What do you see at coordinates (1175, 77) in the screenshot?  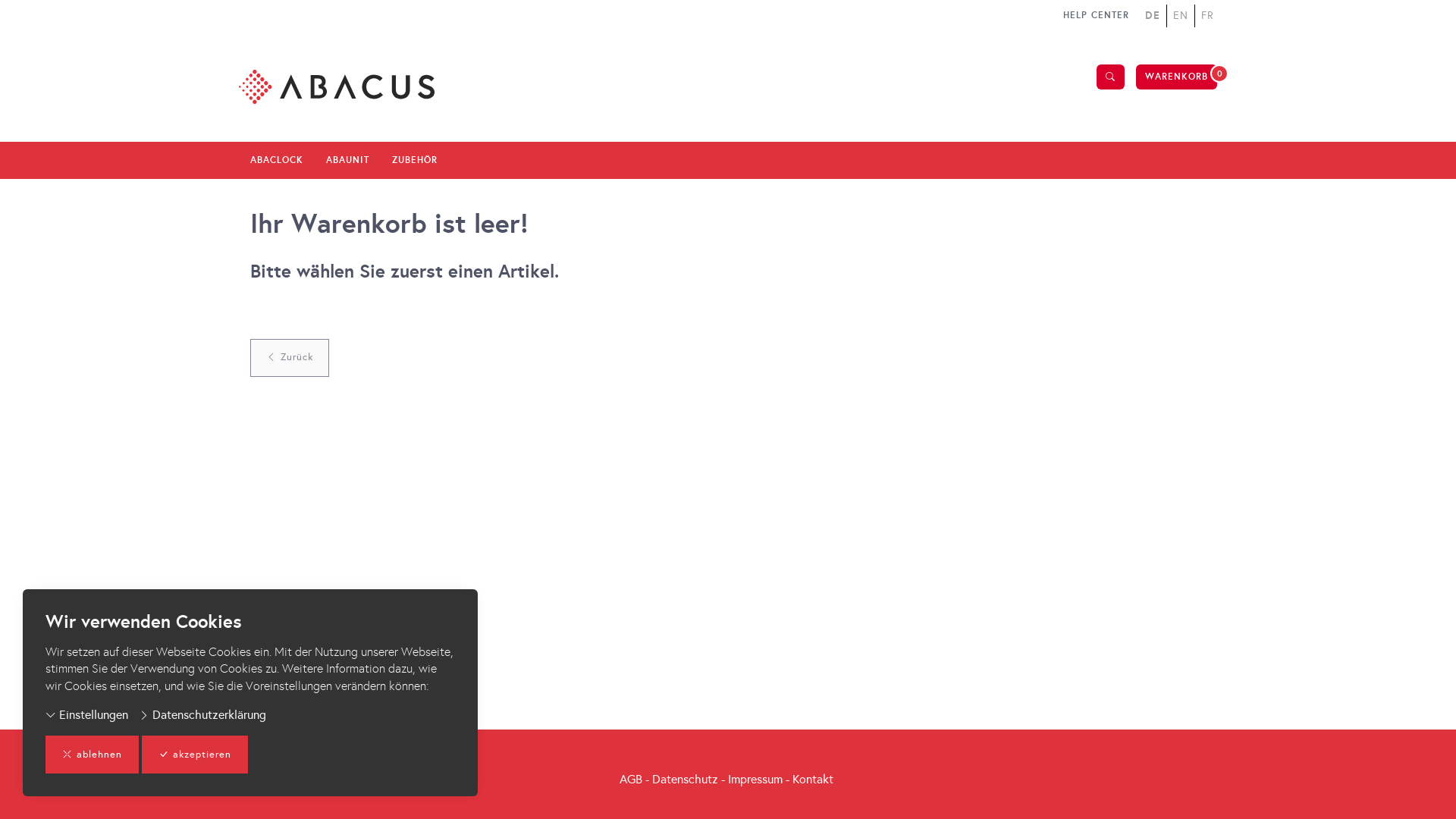 I see `'WARENKORB'` at bounding box center [1175, 77].